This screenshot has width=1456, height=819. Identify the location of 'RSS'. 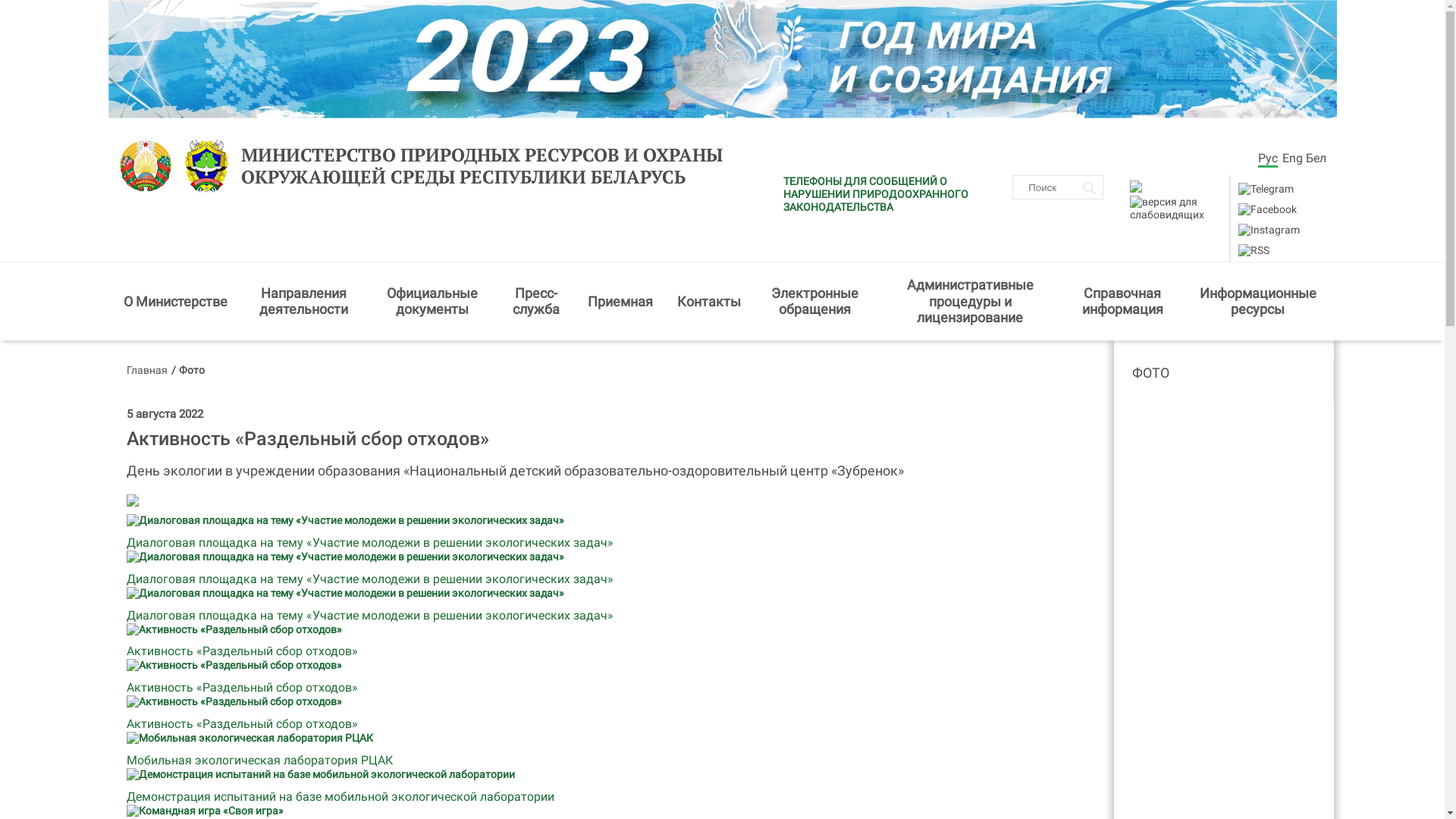
(1254, 249).